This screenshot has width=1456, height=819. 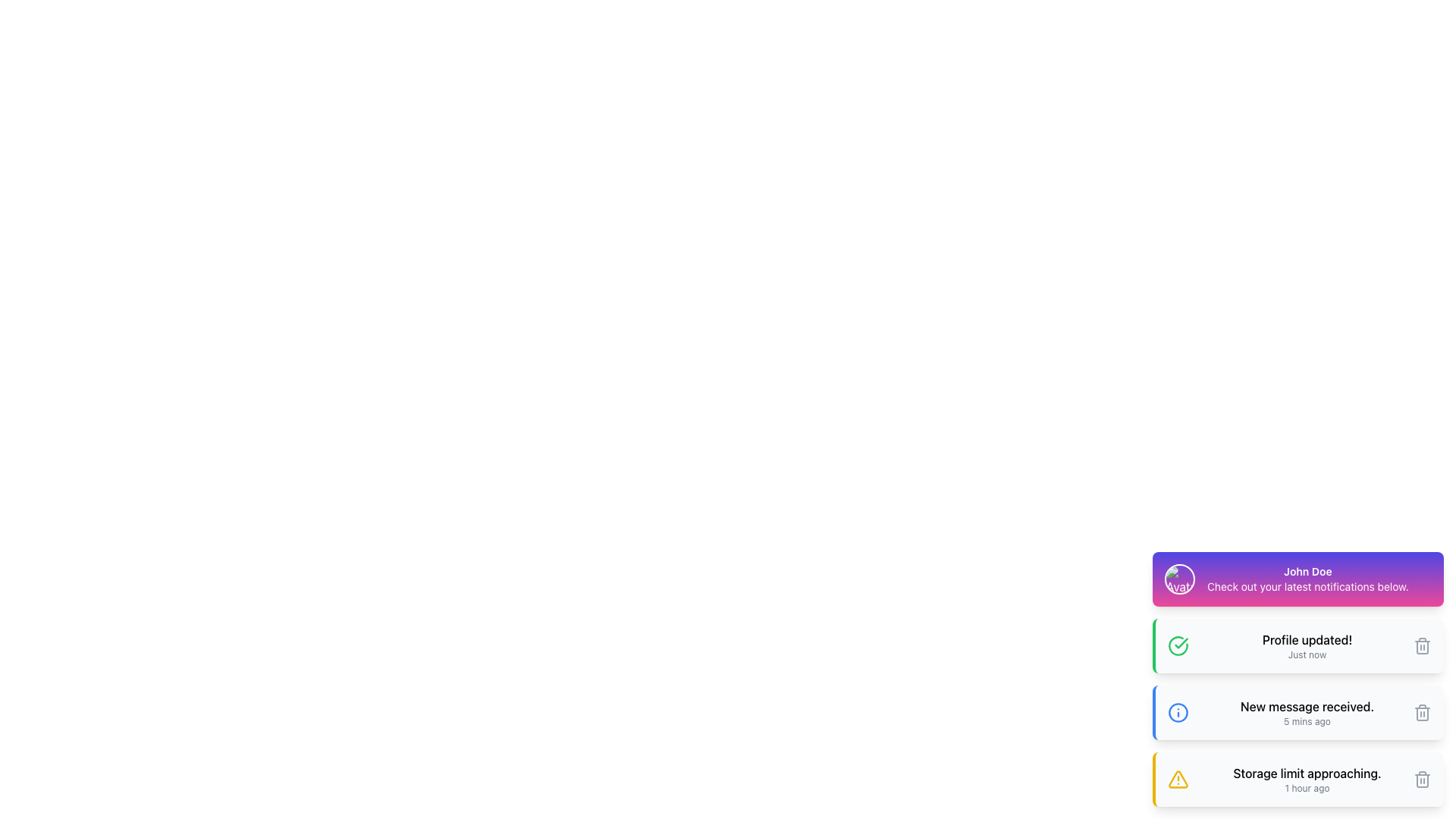 I want to click on the text label reading '1 hour ago' which is styled in light gray color, located under the notification message 'Storage limit approaching.', so click(x=1306, y=788).